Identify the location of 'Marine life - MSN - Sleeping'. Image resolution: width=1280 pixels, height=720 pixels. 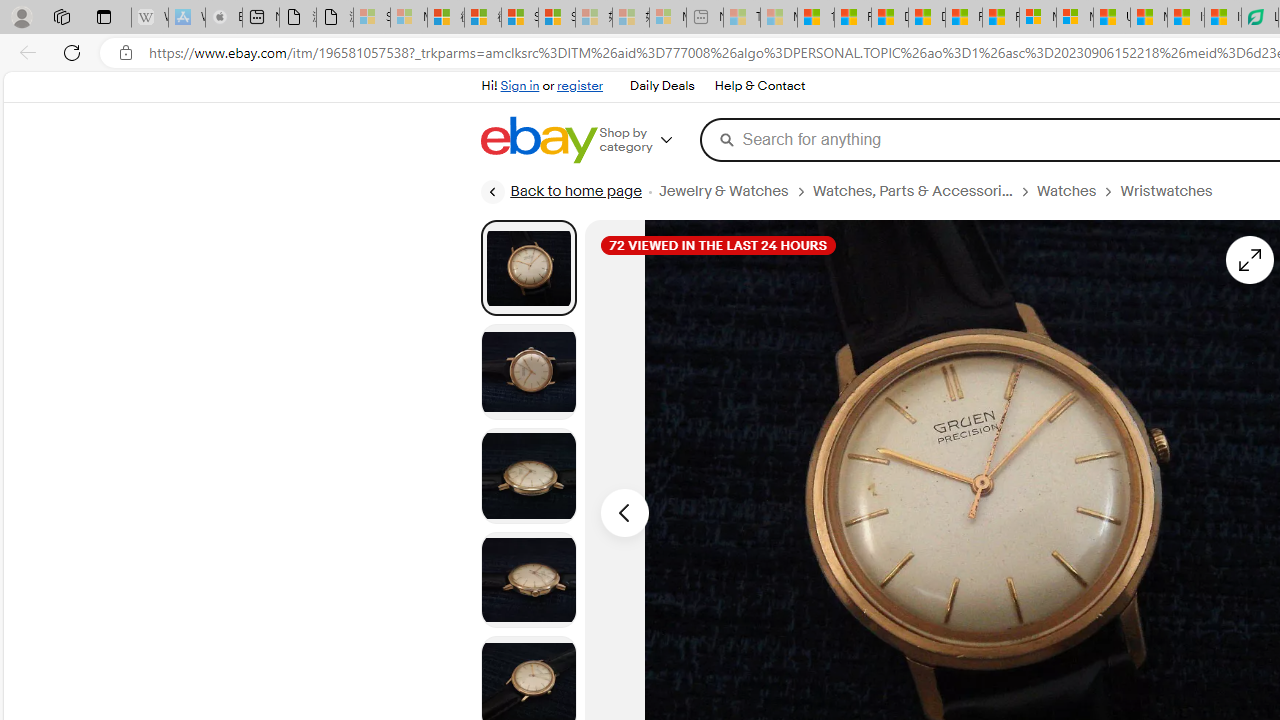
(778, 17).